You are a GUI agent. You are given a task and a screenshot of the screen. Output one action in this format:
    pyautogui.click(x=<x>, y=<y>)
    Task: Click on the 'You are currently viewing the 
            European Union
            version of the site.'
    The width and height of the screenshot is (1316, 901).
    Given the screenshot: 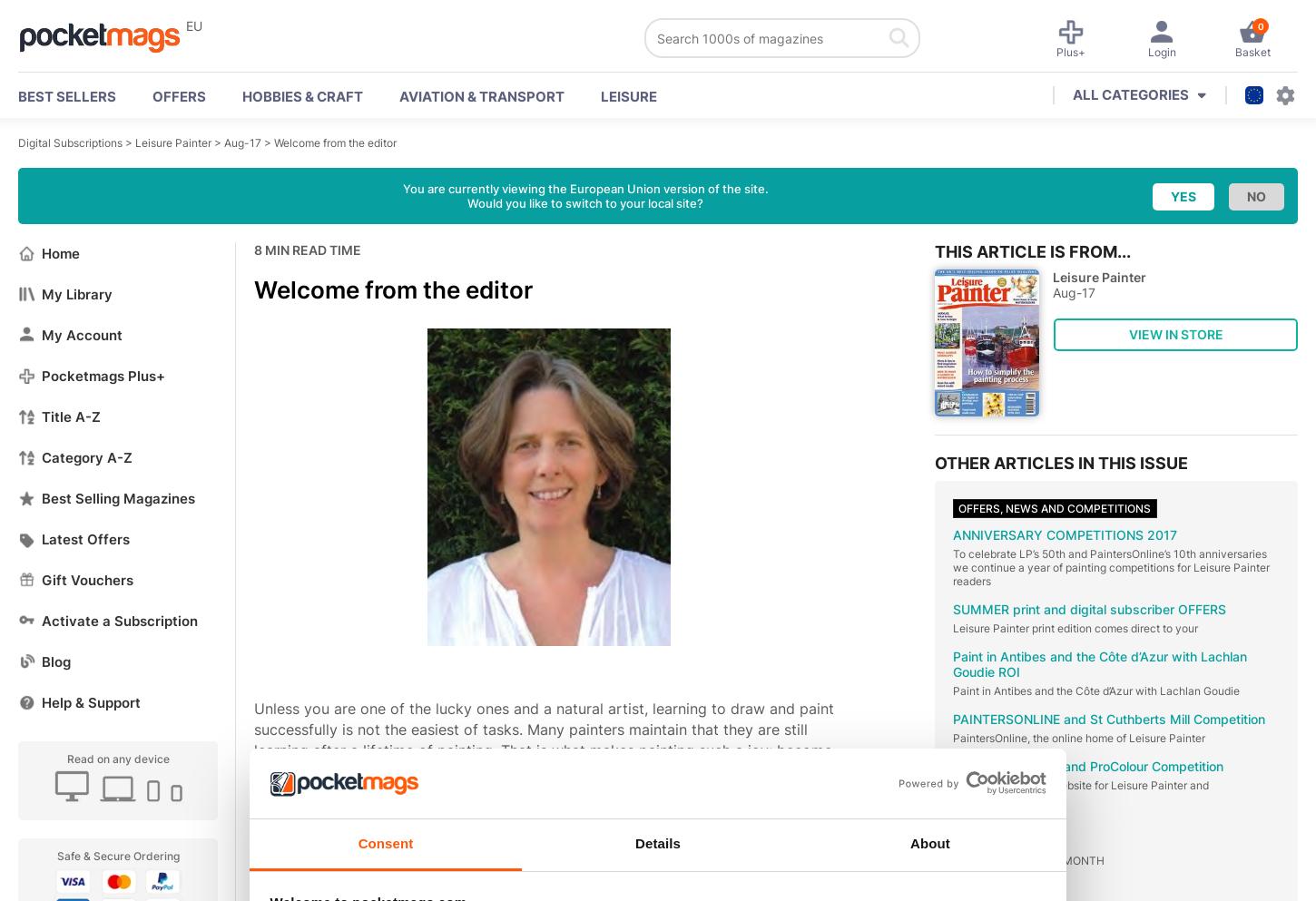 What is the action you would take?
    pyautogui.click(x=584, y=189)
    